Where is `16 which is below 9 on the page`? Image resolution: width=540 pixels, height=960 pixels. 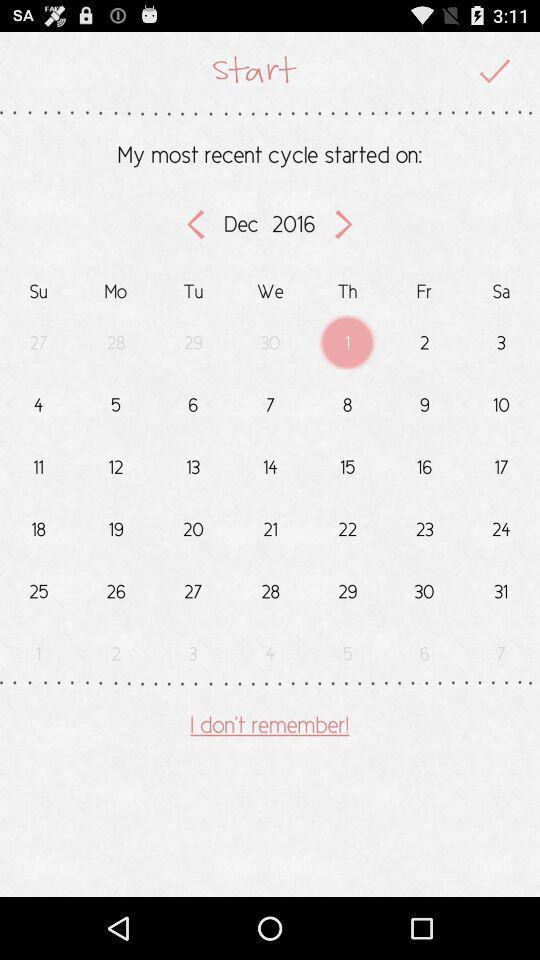 16 which is below 9 on the page is located at coordinates (423, 463).